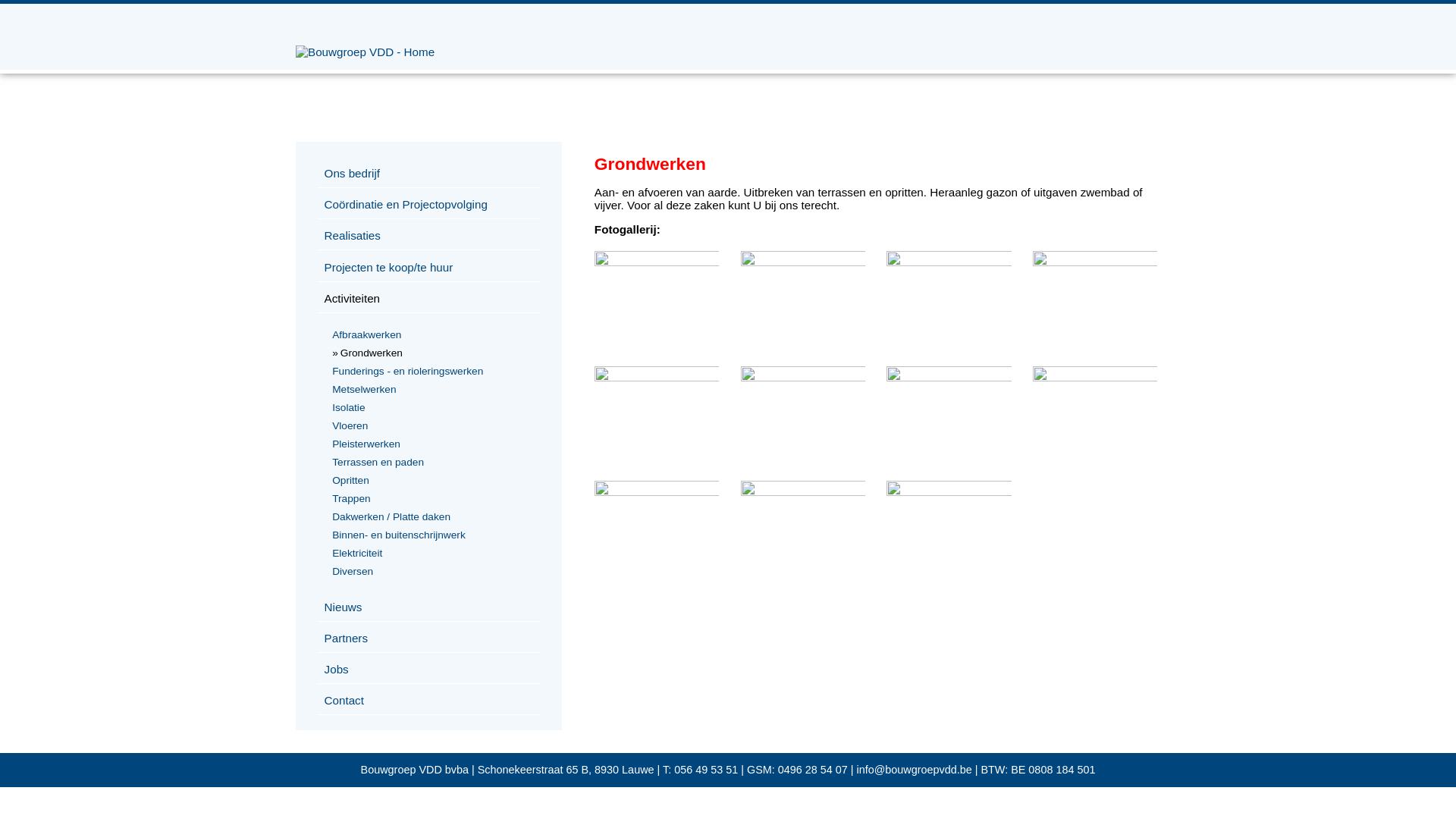 The height and width of the screenshot is (819, 1456). What do you see at coordinates (948, 376) in the screenshot?
I see `'Grondwerken'` at bounding box center [948, 376].